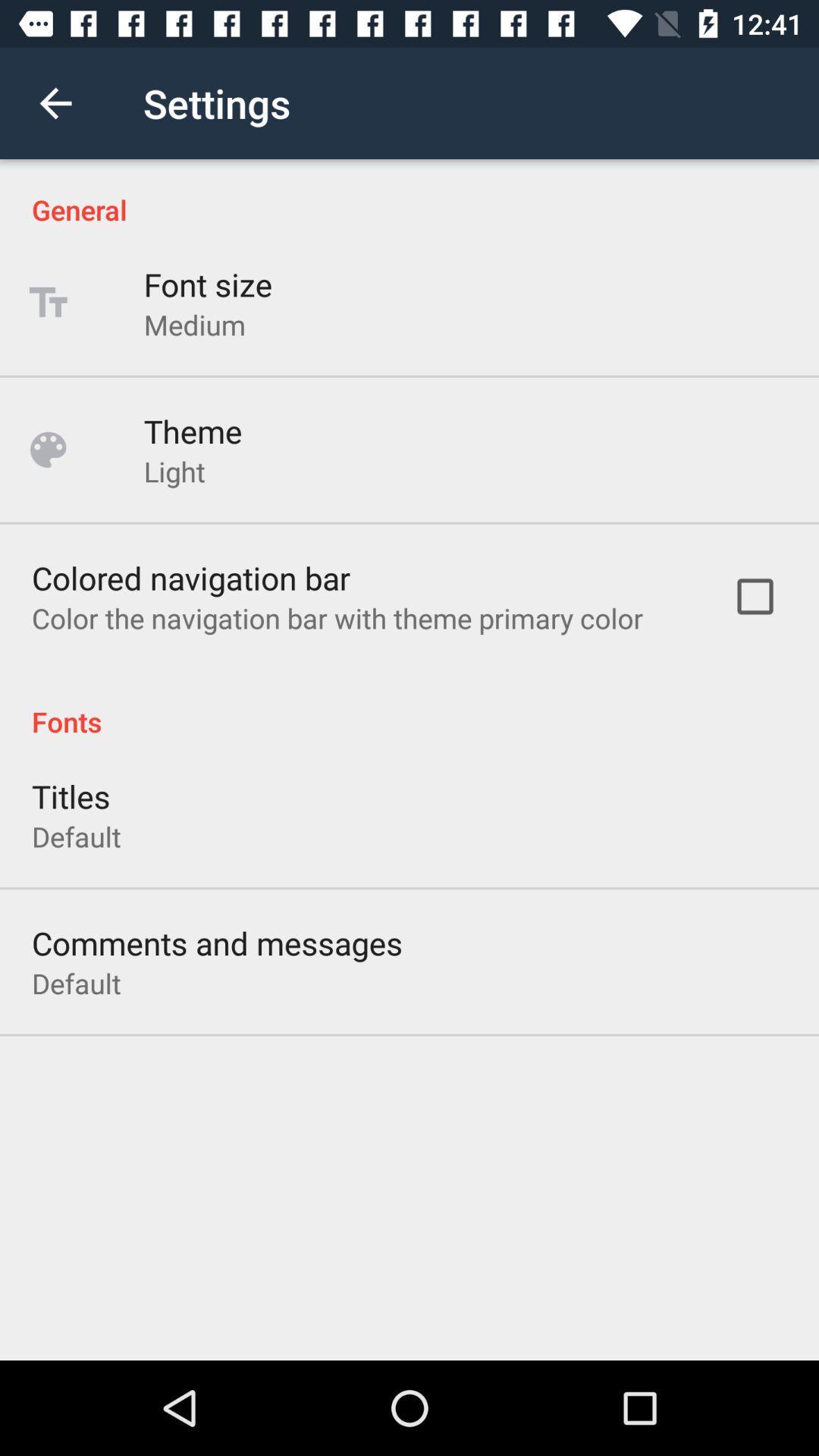  I want to click on the comments and messages, so click(217, 942).